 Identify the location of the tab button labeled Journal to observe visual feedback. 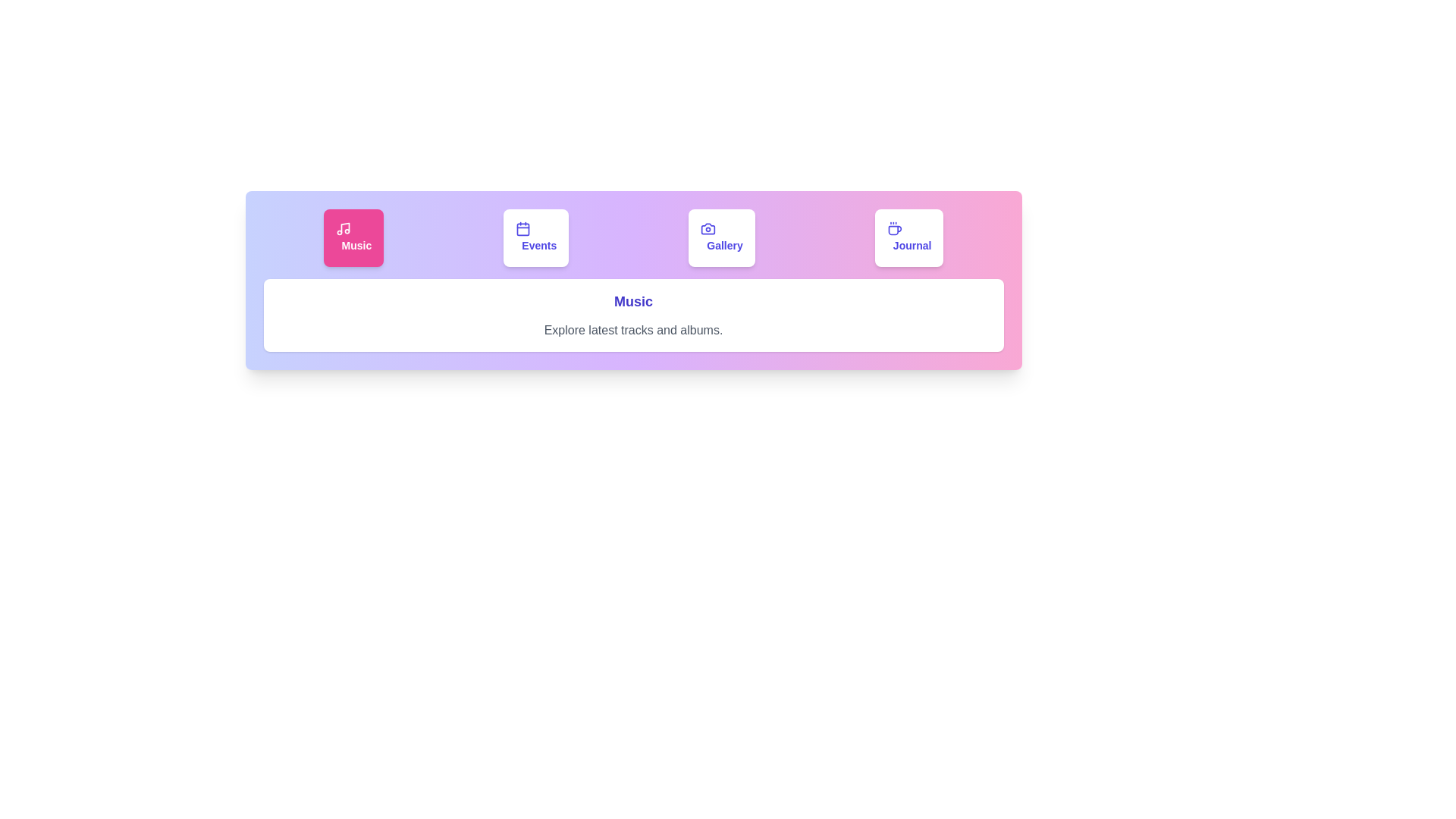
(909, 237).